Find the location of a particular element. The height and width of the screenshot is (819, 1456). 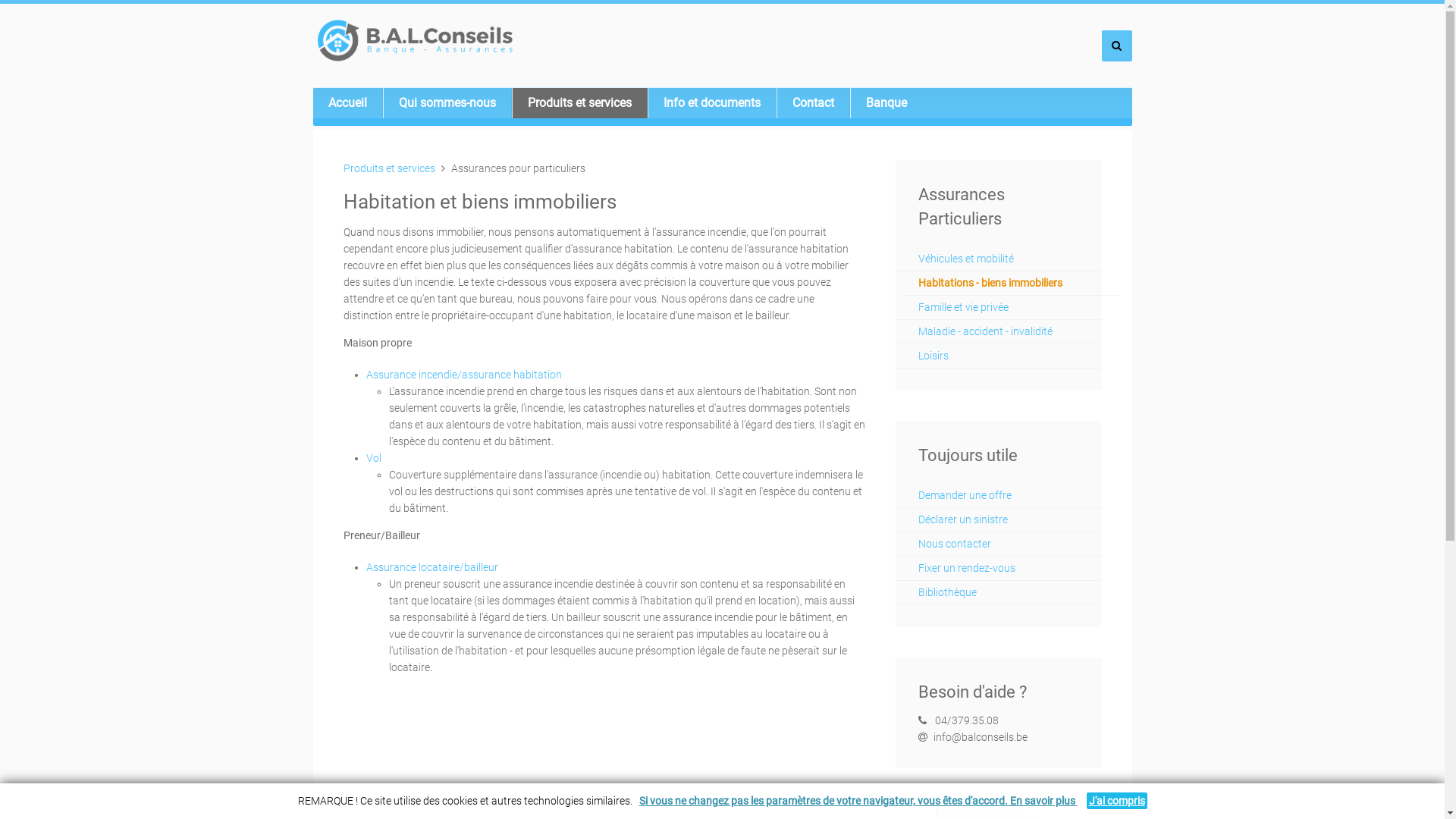

'Habitations - biens immobiliers' is located at coordinates (902, 283).